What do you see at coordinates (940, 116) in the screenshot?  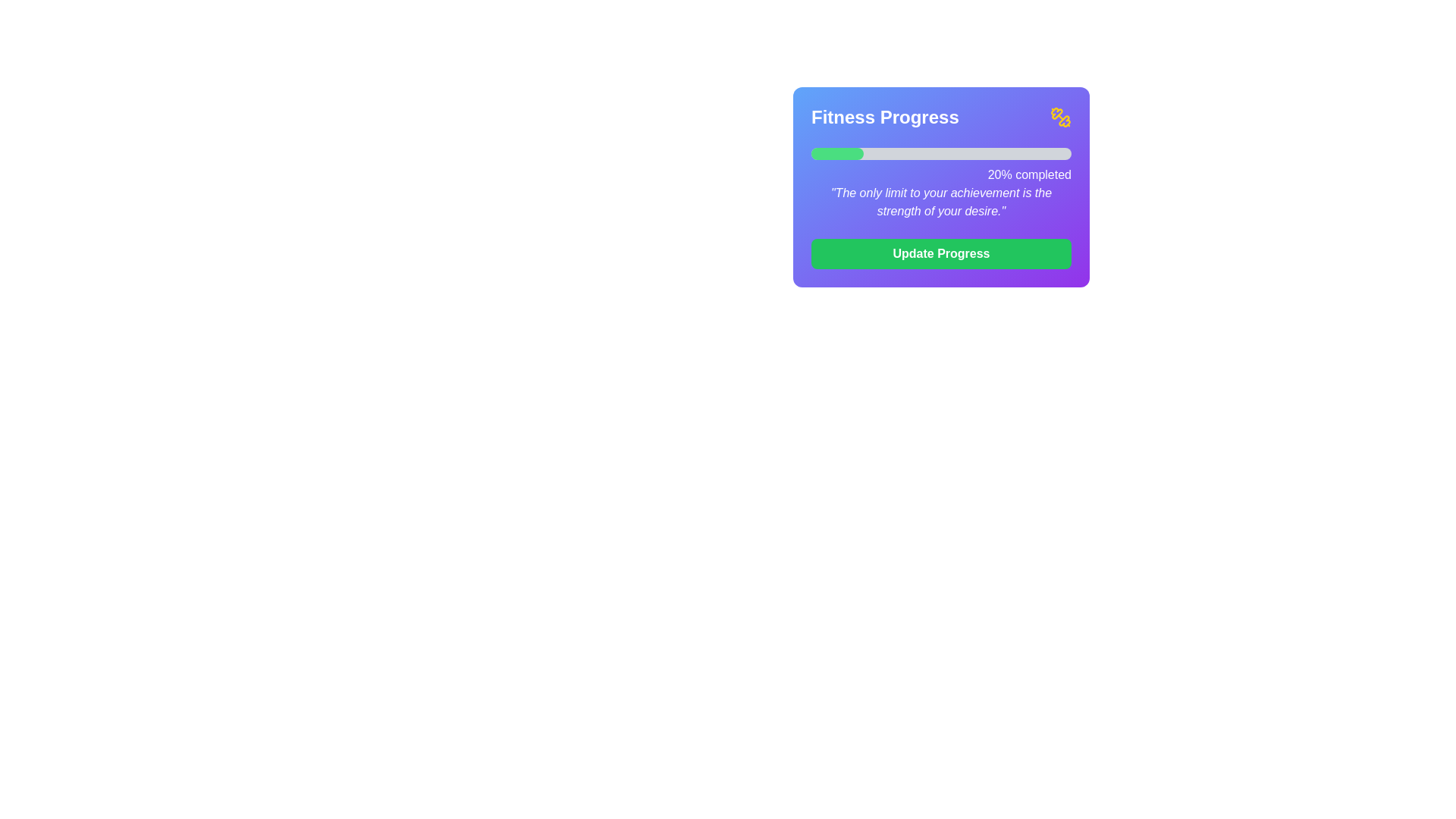 I see `the 'Fitness Progress' title in the Header section at the top of the widget` at bounding box center [940, 116].